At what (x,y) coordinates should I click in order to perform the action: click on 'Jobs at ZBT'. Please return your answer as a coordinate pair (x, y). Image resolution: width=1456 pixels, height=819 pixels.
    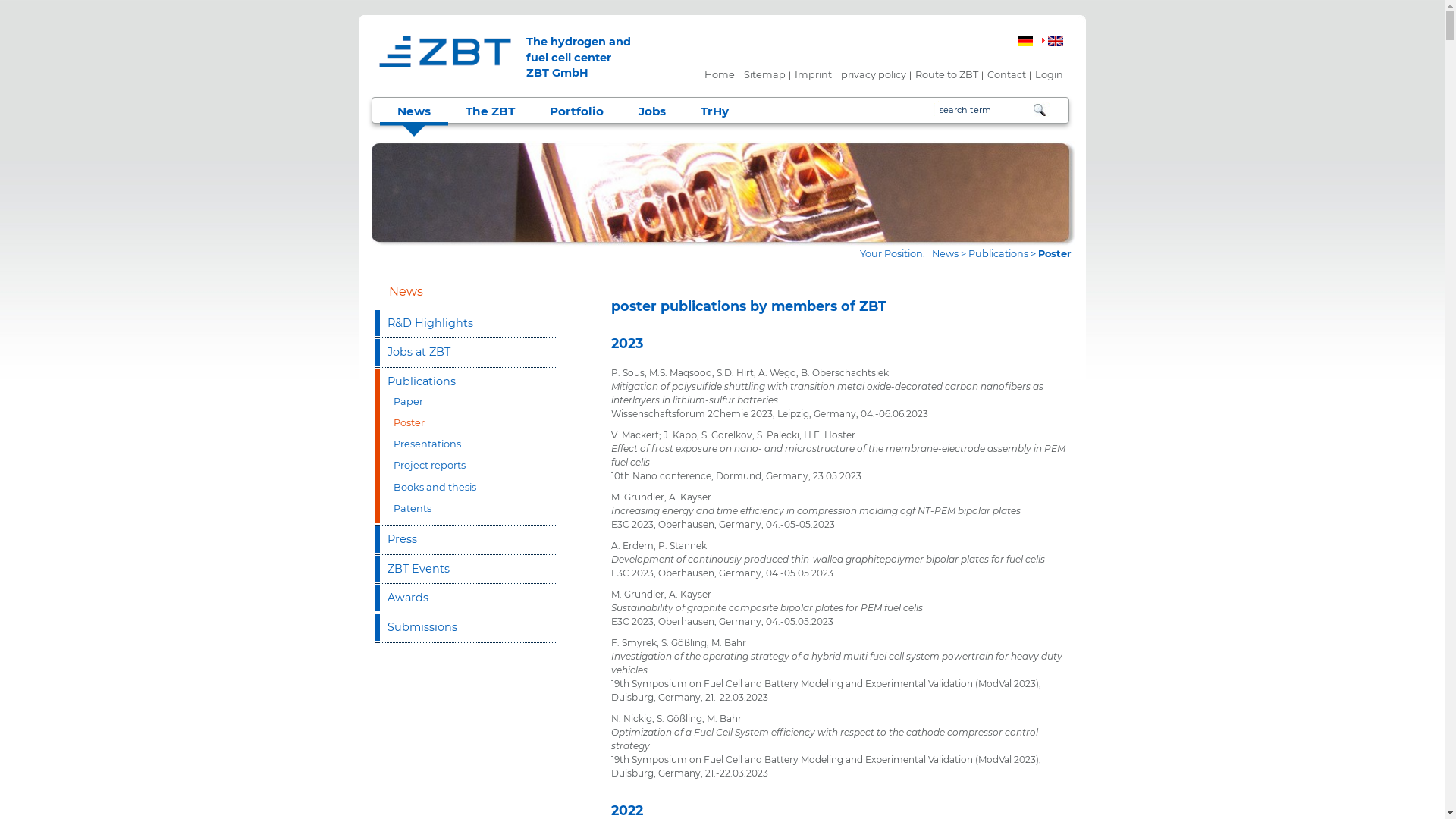
    Looking at the image, I should click on (459, 352).